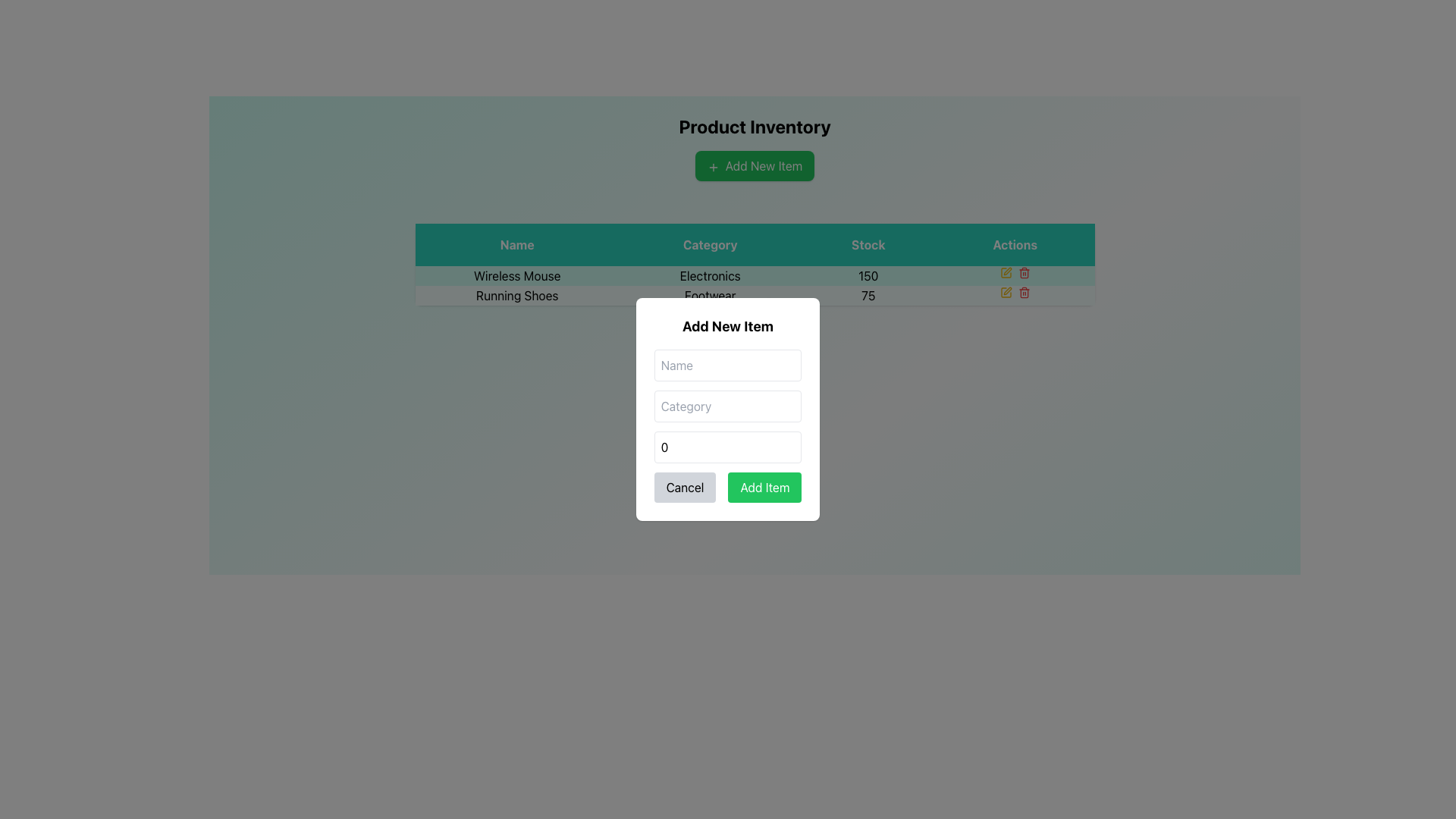 This screenshot has width=1456, height=819. What do you see at coordinates (868, 295) in the screenshot?
I see `the stock quantity text for 'Running Shoes' in the inventory table` at bounding box center [868, 295].